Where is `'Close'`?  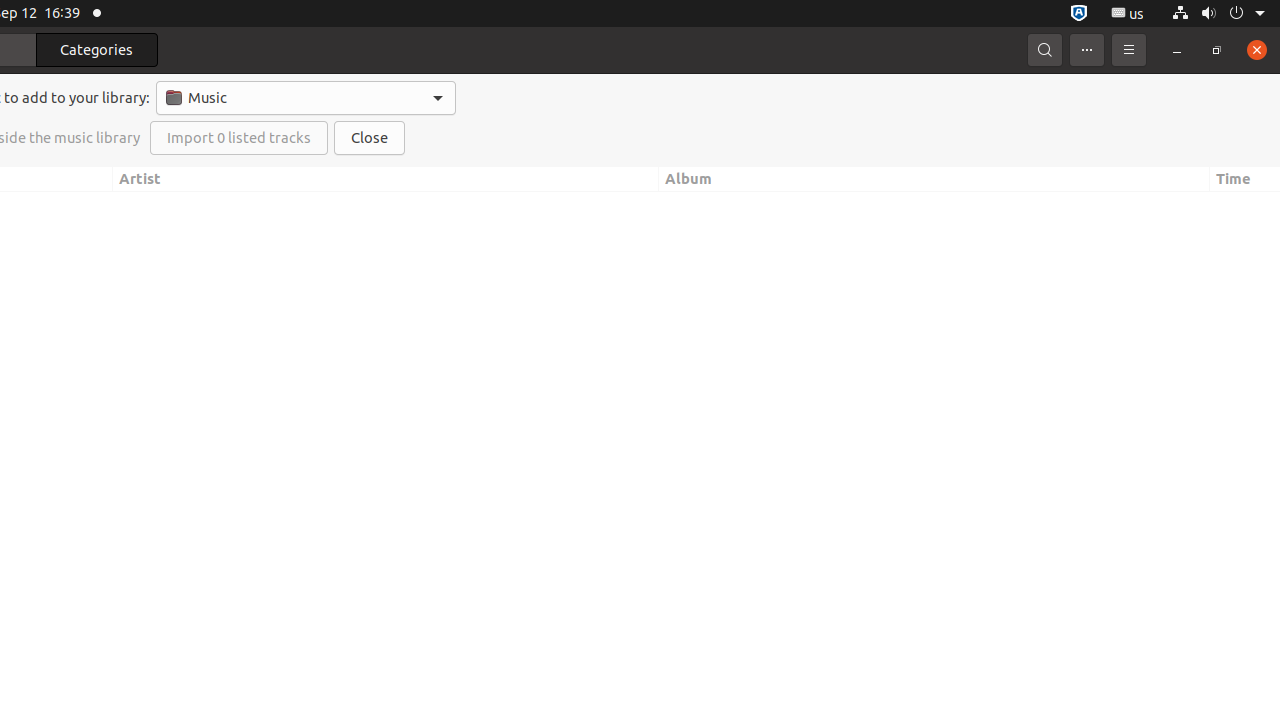
'Close' is located at coordinates (369, 137).